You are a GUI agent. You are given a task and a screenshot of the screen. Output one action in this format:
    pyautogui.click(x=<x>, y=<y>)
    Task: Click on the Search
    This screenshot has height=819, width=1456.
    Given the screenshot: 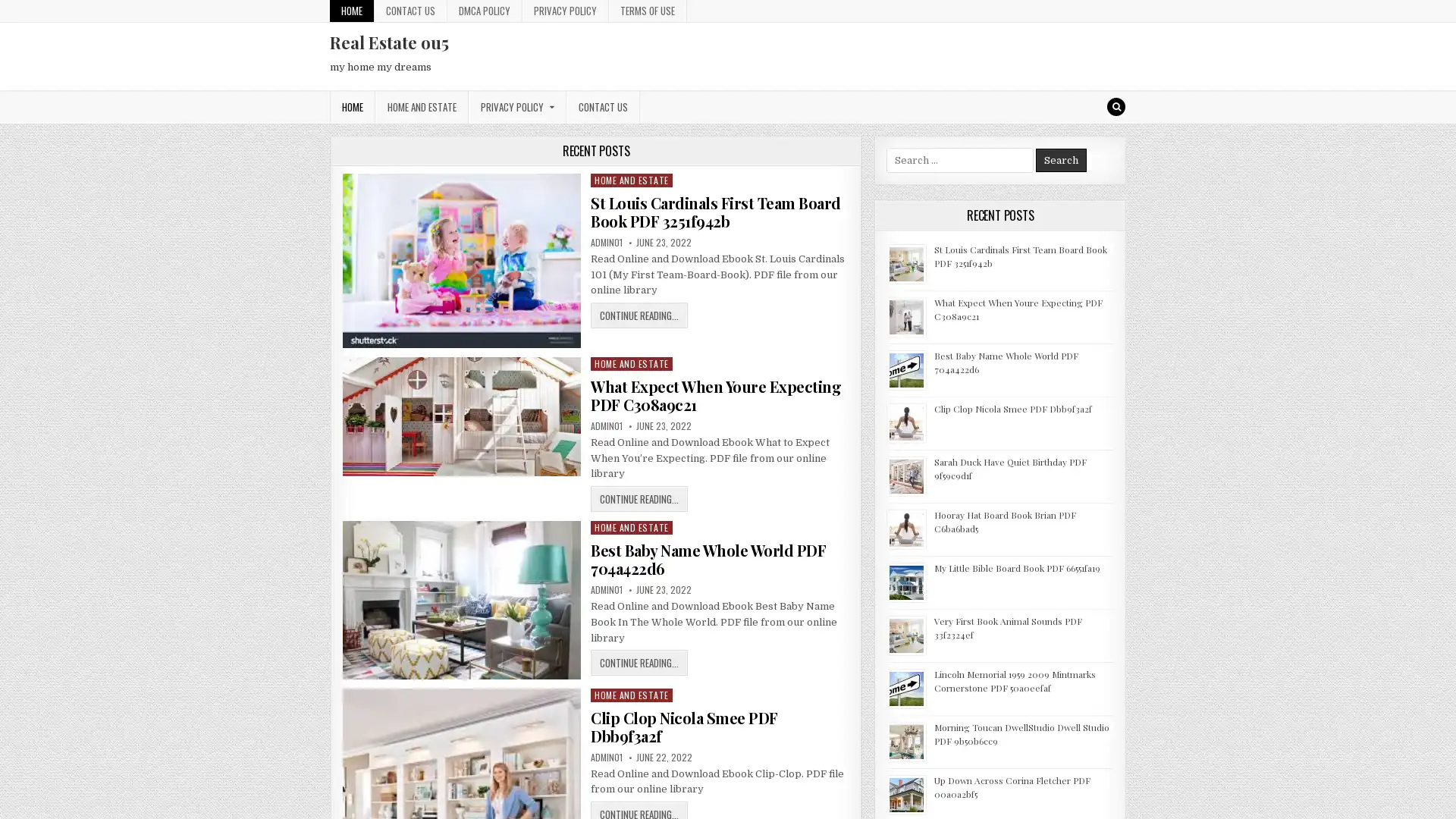 What is the action you would take?
    pyautogui.click(x=1060, y=160)
    